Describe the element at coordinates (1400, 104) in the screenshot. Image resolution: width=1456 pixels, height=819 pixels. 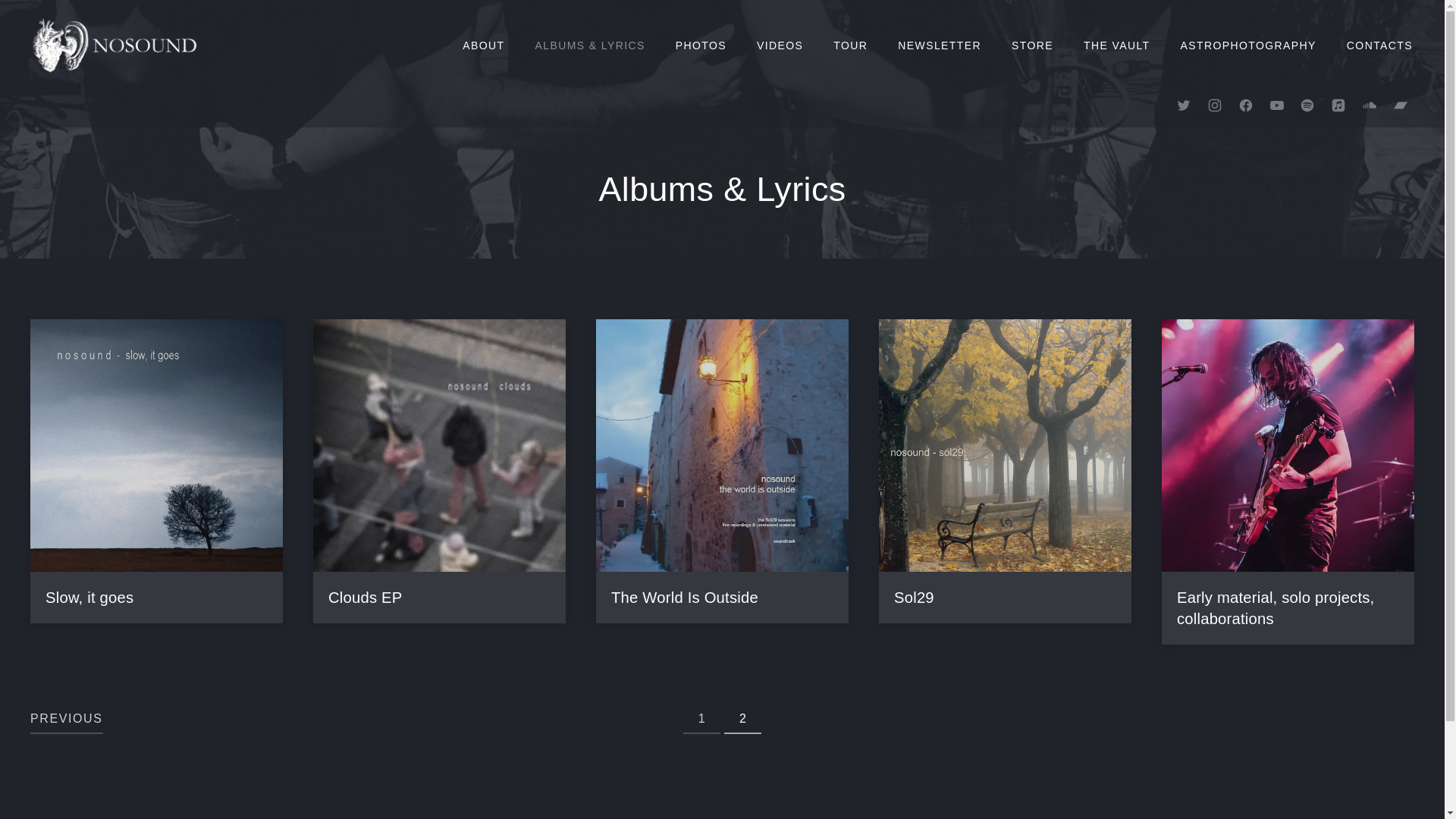
I see `'New Window'` at that location.